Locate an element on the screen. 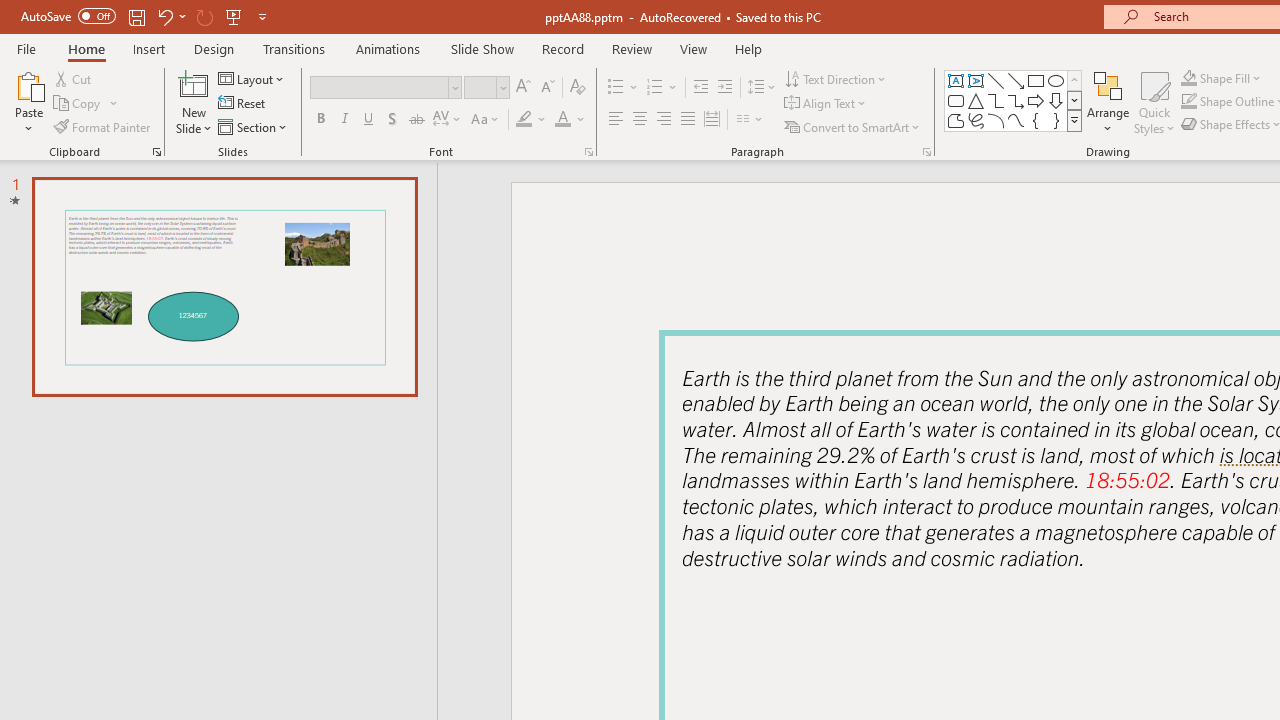  'Cut' is located at coordinates (74, 78).